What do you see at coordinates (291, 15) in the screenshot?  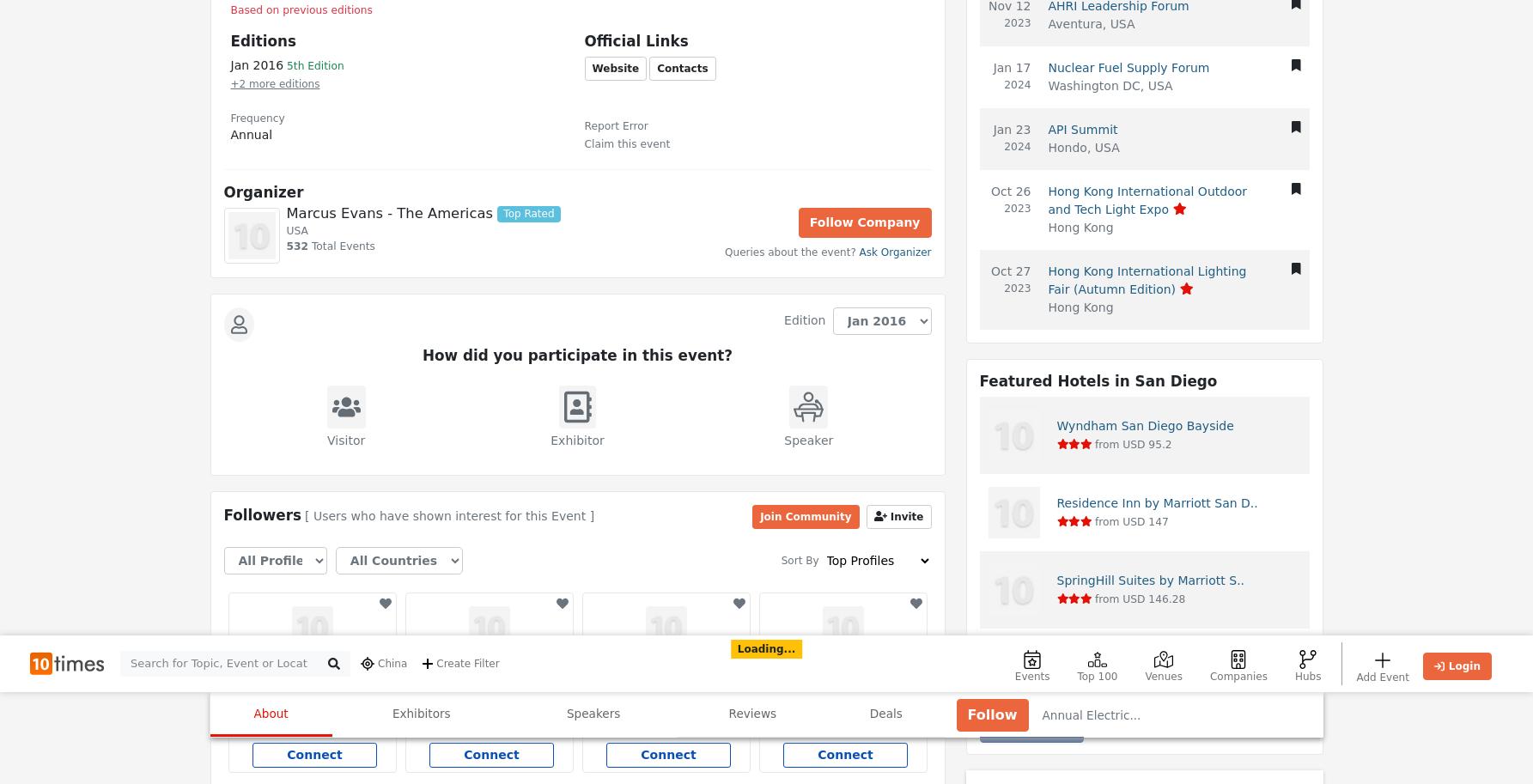 I see `'Add Your Review'` at bounding box center [291, 15].